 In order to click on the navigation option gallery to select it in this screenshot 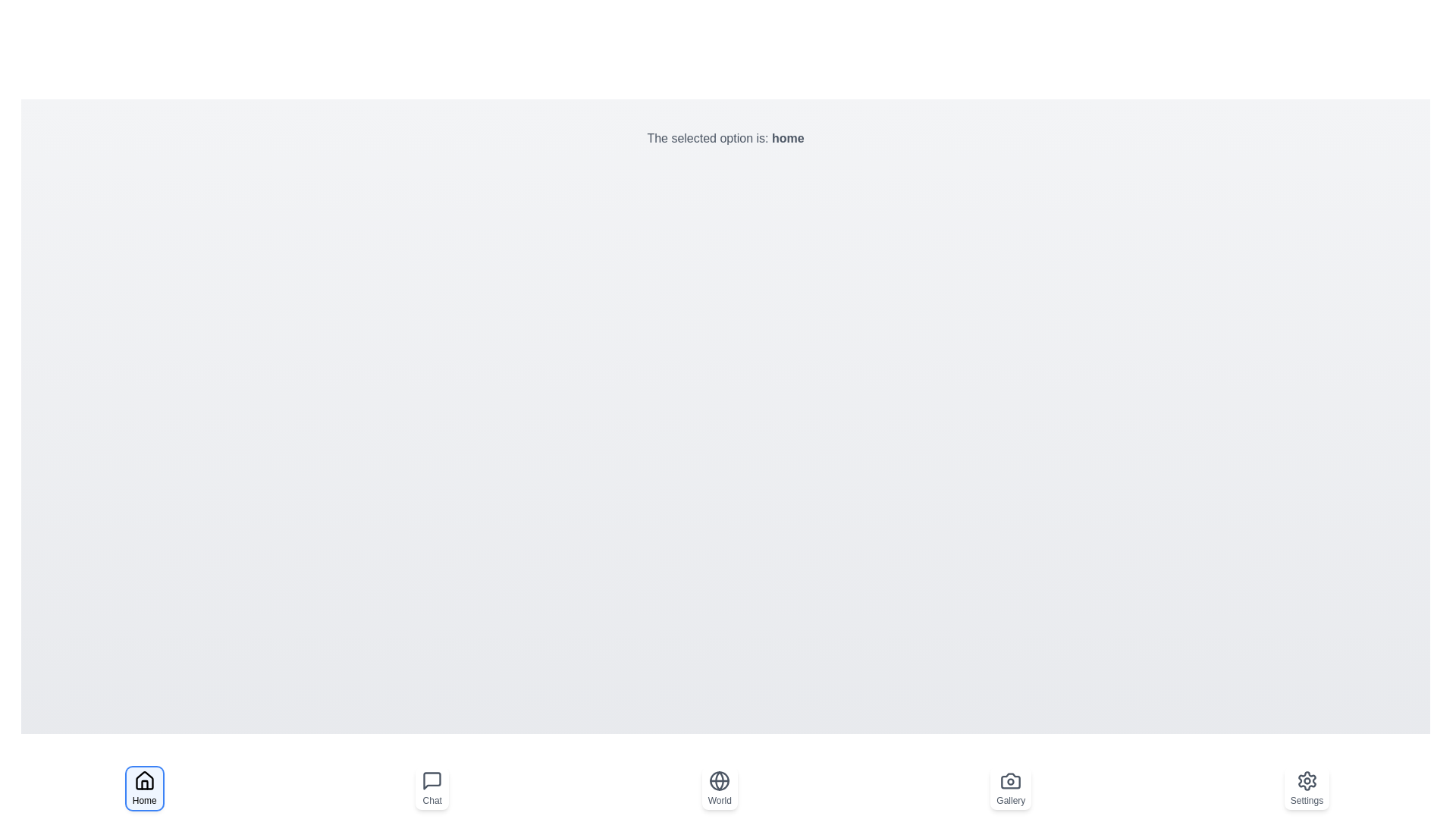, I will do `click(1011, 788)`.